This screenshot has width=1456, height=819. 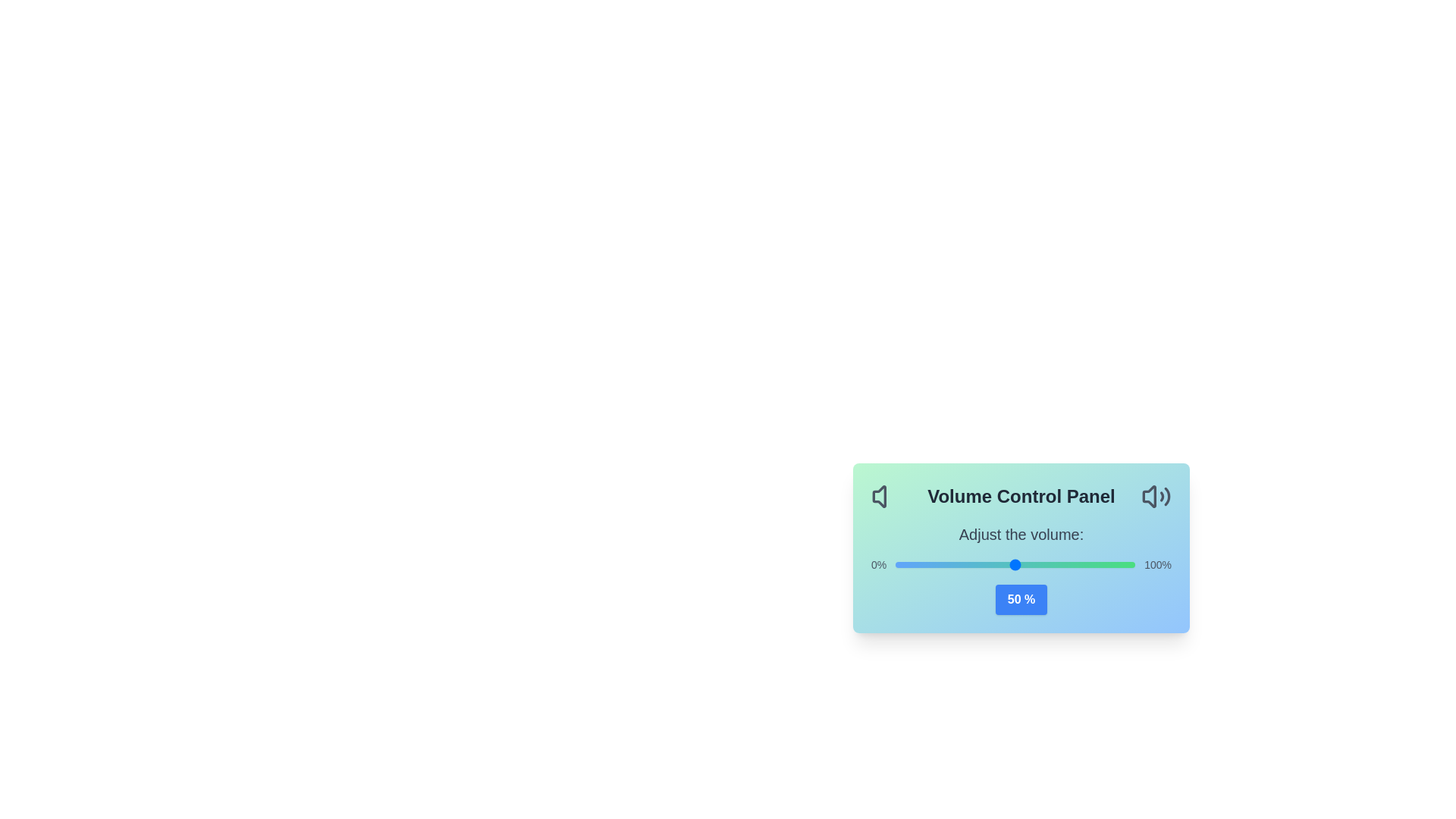 I want to click on the volume slider to 76%, so click(x=1077, y=564).